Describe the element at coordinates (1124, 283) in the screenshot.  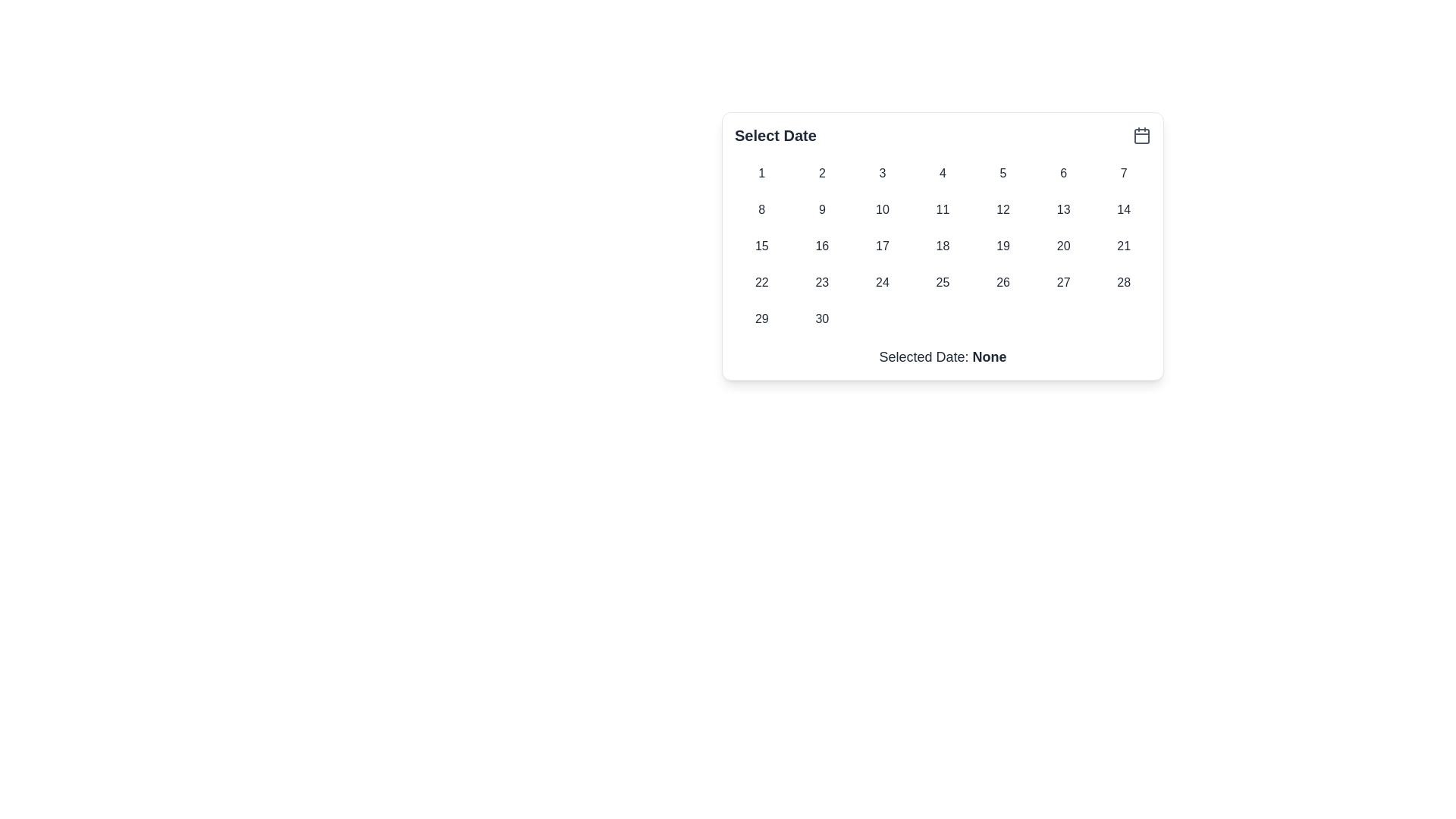
I see `the button in the seventh column of the fourth row under the header 'Select Date'` at that location.